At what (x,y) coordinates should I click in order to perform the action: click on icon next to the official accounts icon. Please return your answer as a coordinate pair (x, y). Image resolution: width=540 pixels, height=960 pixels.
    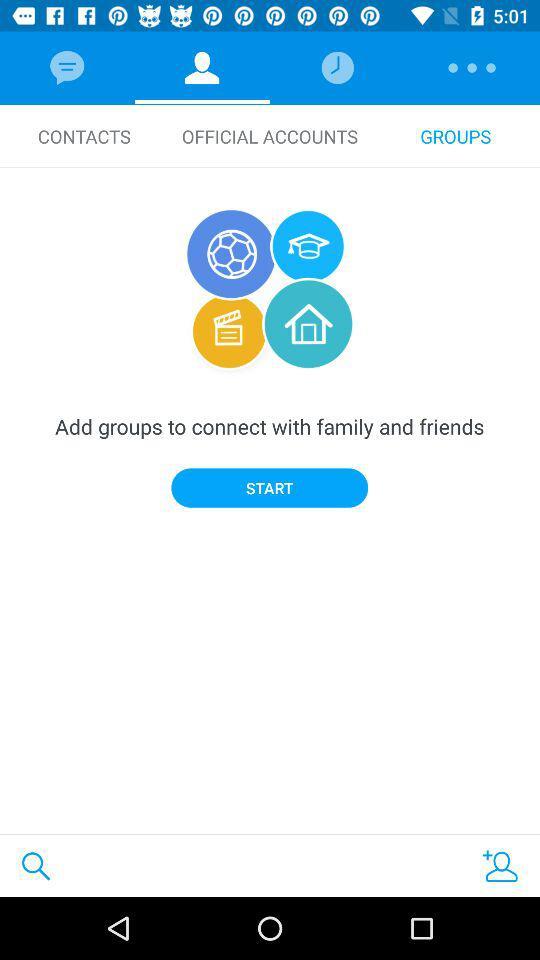
    Looking at the image, I should click on (83, 135).